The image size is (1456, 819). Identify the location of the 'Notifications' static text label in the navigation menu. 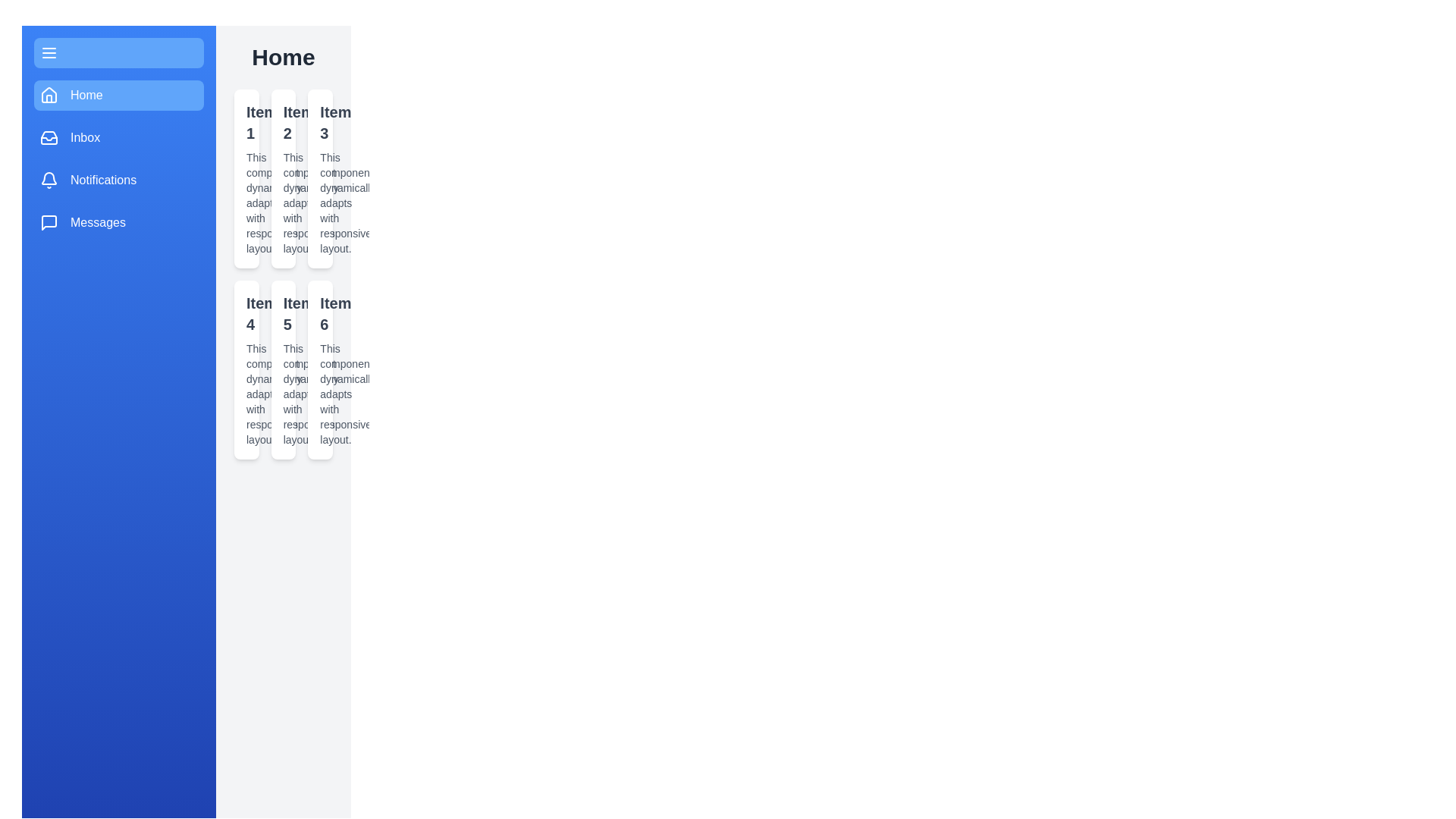
(102, 180).